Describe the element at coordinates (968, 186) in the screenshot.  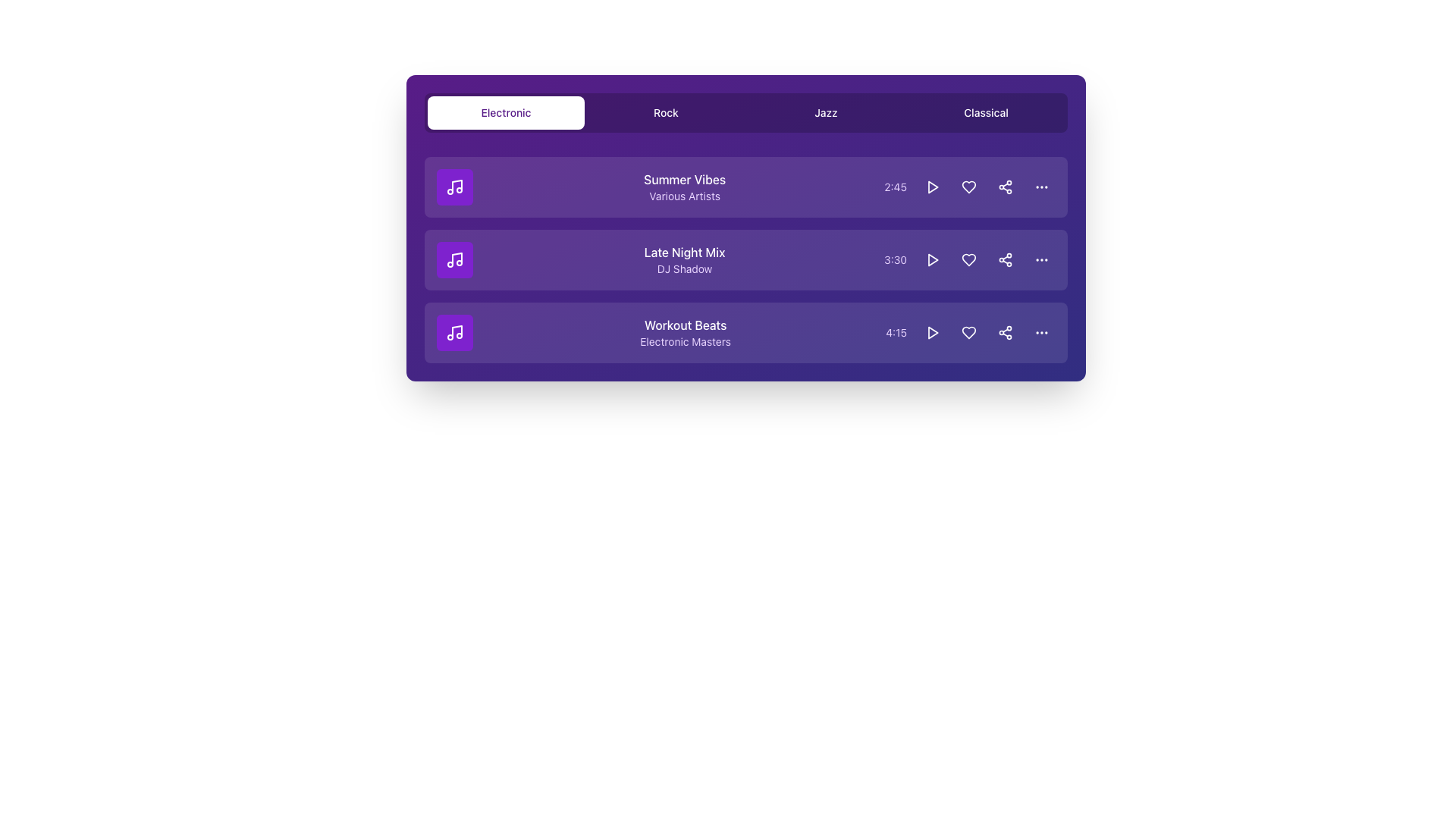
I see `the 'like' or 'favorite' button for the song 'Summer Vibes', located between the play button and the share button in the action area of the first song row` at that location.